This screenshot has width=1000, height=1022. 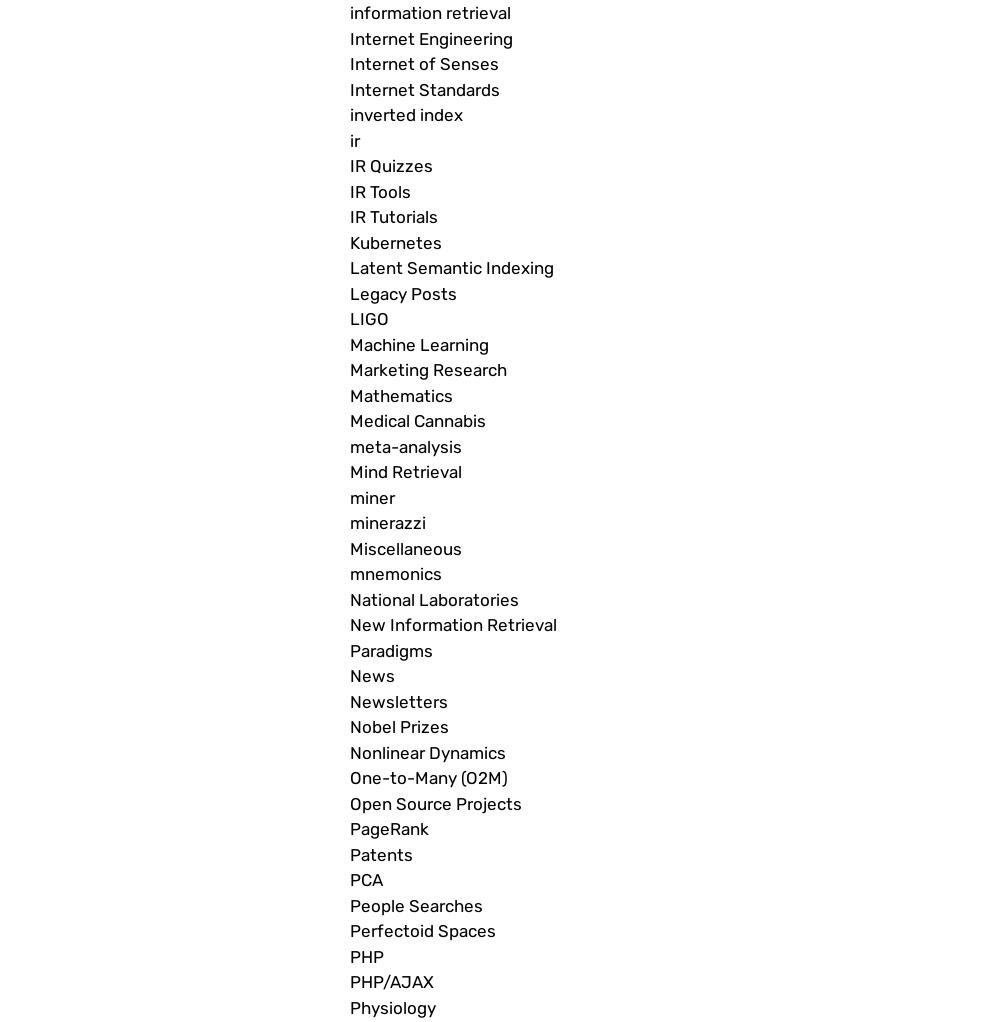 I want to click on 'Marketing Research', so click(x=349, y=368).